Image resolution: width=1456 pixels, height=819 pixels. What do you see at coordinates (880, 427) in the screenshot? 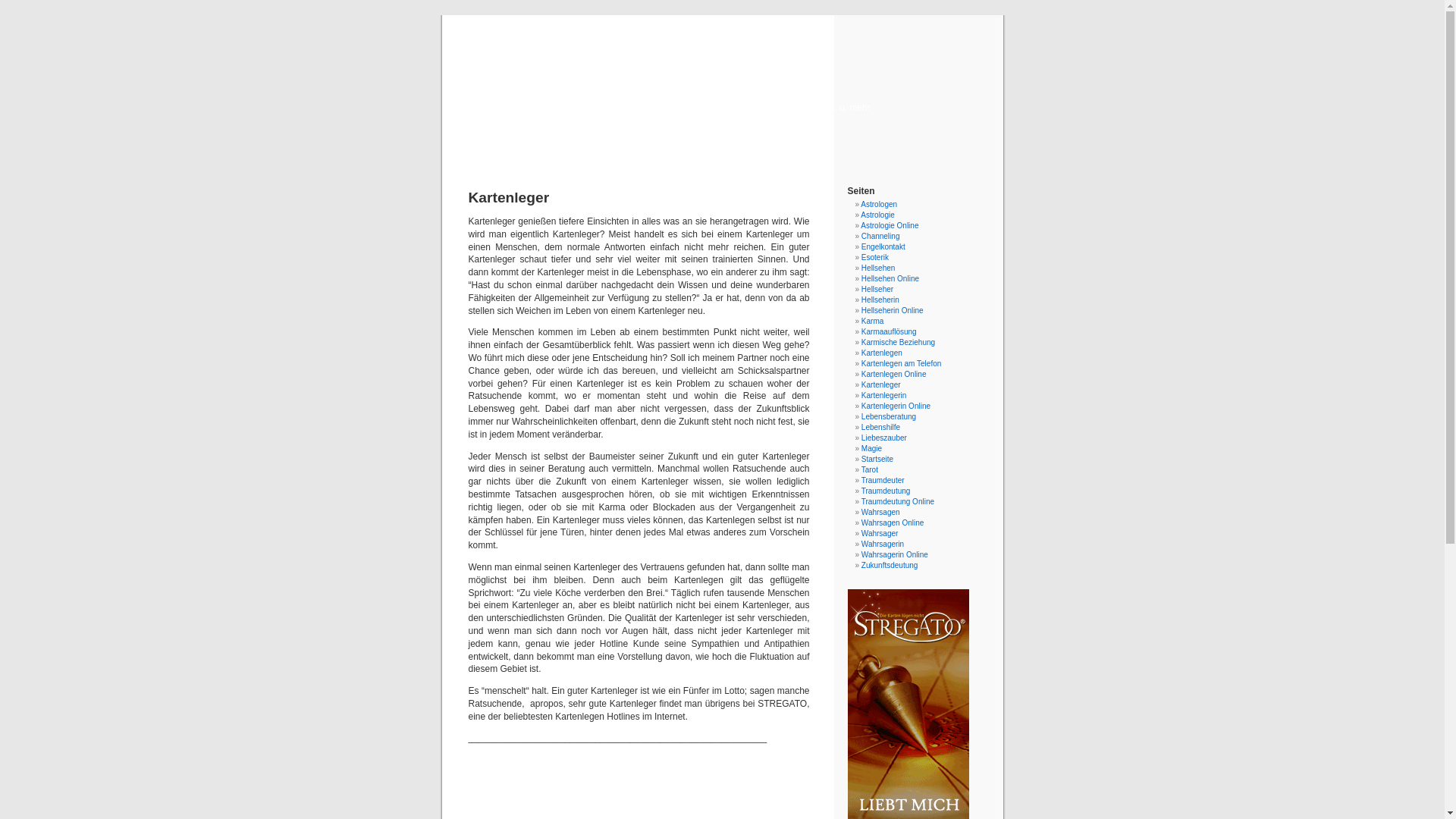
I see `'Lebenshilfe'` at bounding box center [880, 427].